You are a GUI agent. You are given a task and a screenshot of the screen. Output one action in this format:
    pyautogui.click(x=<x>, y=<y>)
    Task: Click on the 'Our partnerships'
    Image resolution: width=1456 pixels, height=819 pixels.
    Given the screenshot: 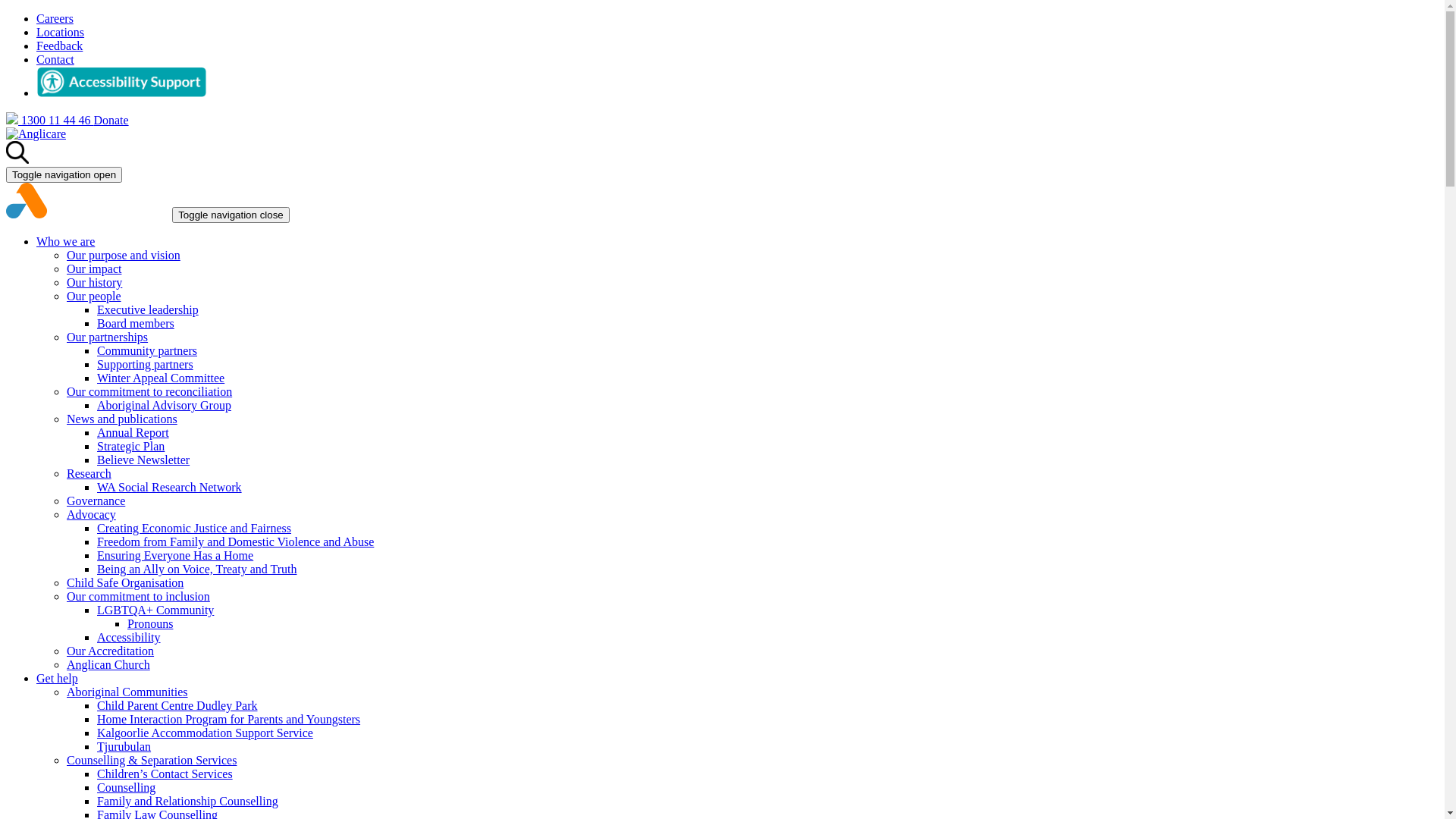 What is the action you would take?
    pyautogui.click(x=106, y=336)
    